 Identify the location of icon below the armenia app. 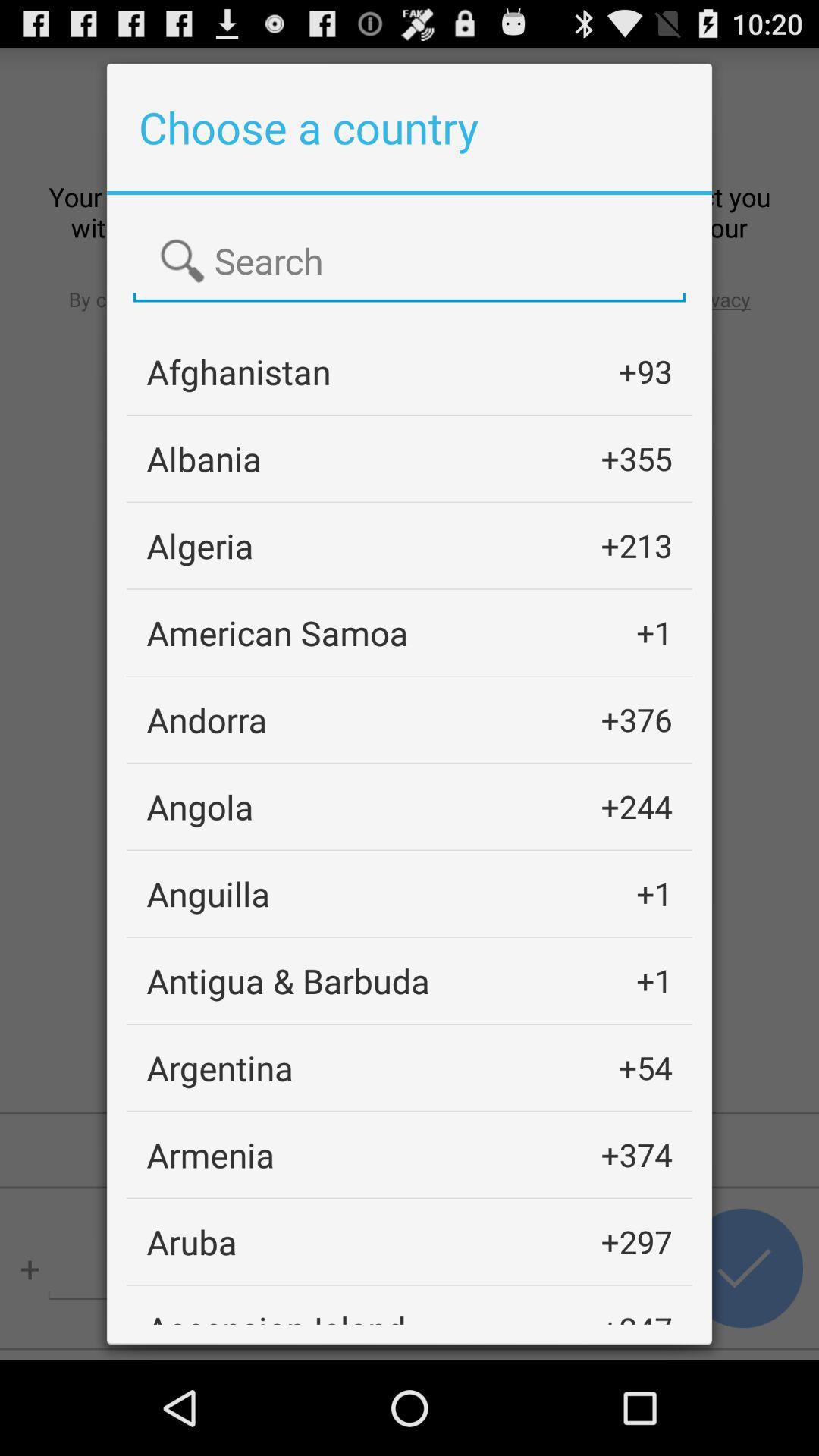
(191, 1241).